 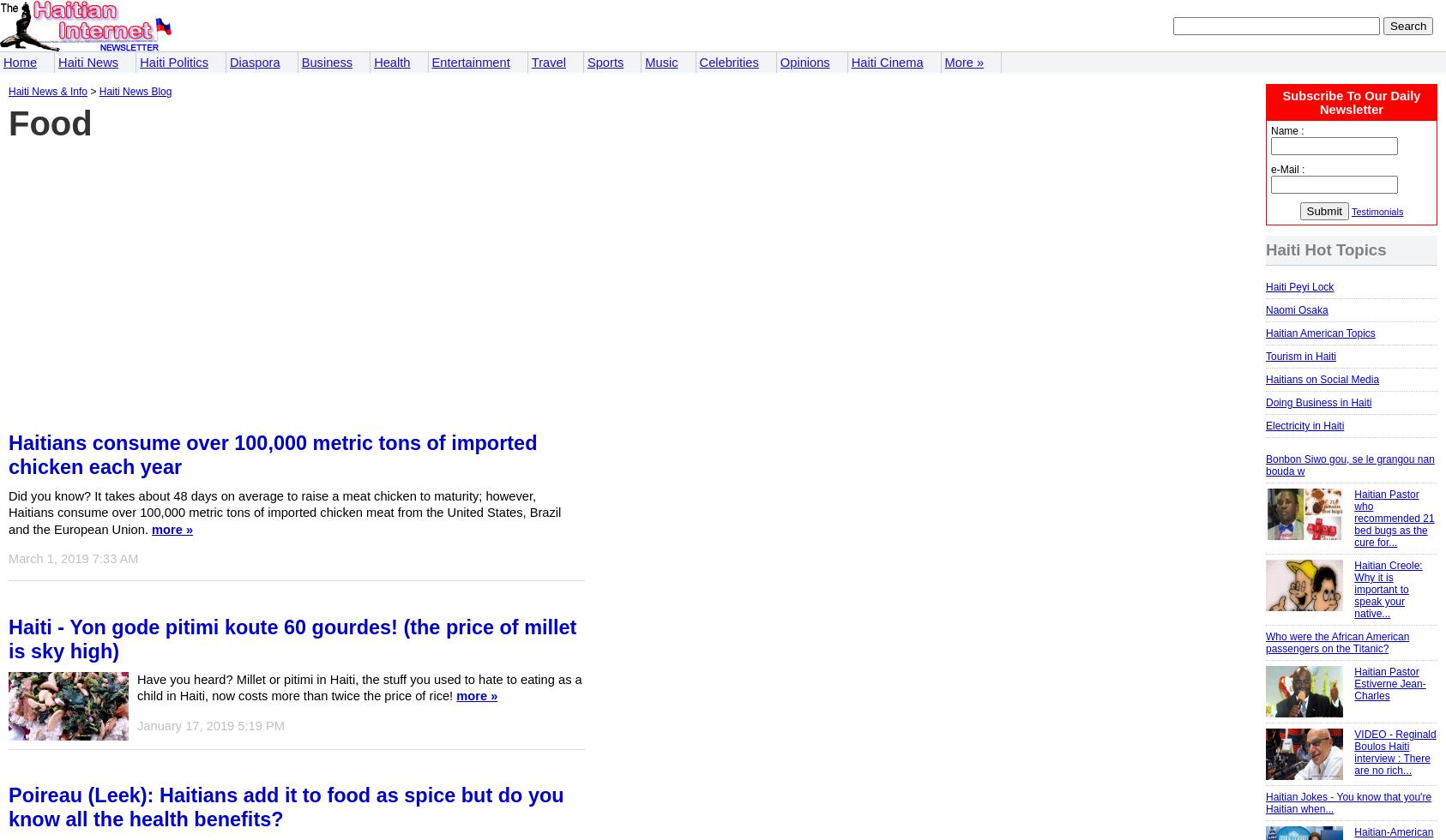 What do you see at coordinates (285, 807) in the screenshot?
I see `'Poireau (Leek): Haitians add it to food as spice but do you know all the health benefits?'` at bounding box center [285, 807].